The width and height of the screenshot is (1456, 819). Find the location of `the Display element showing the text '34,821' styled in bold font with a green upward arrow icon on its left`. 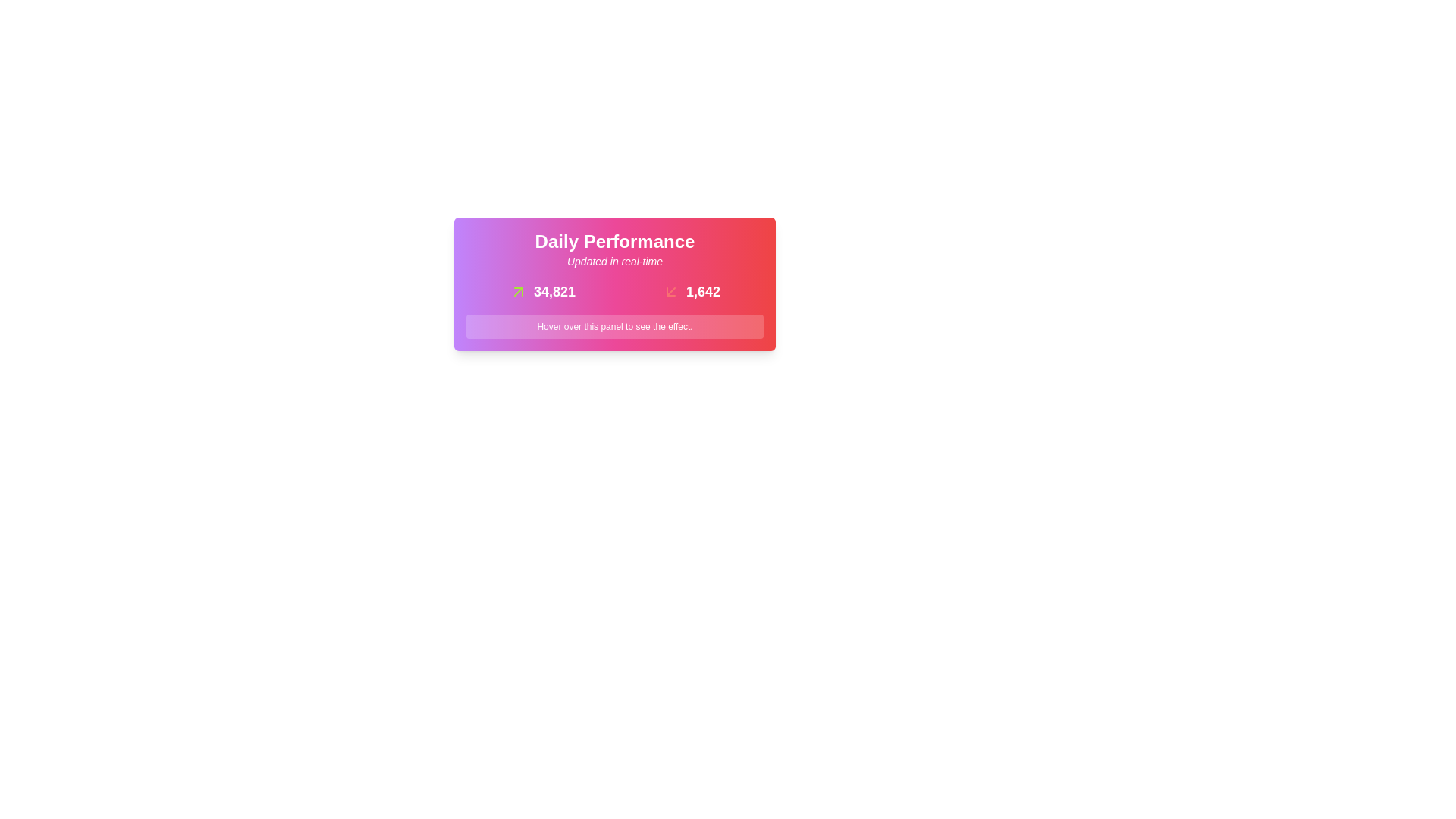

the Display element showing the text '34,821' styled in bold font with a green upward arrow icon on its left is located at coordinates (542, 292).